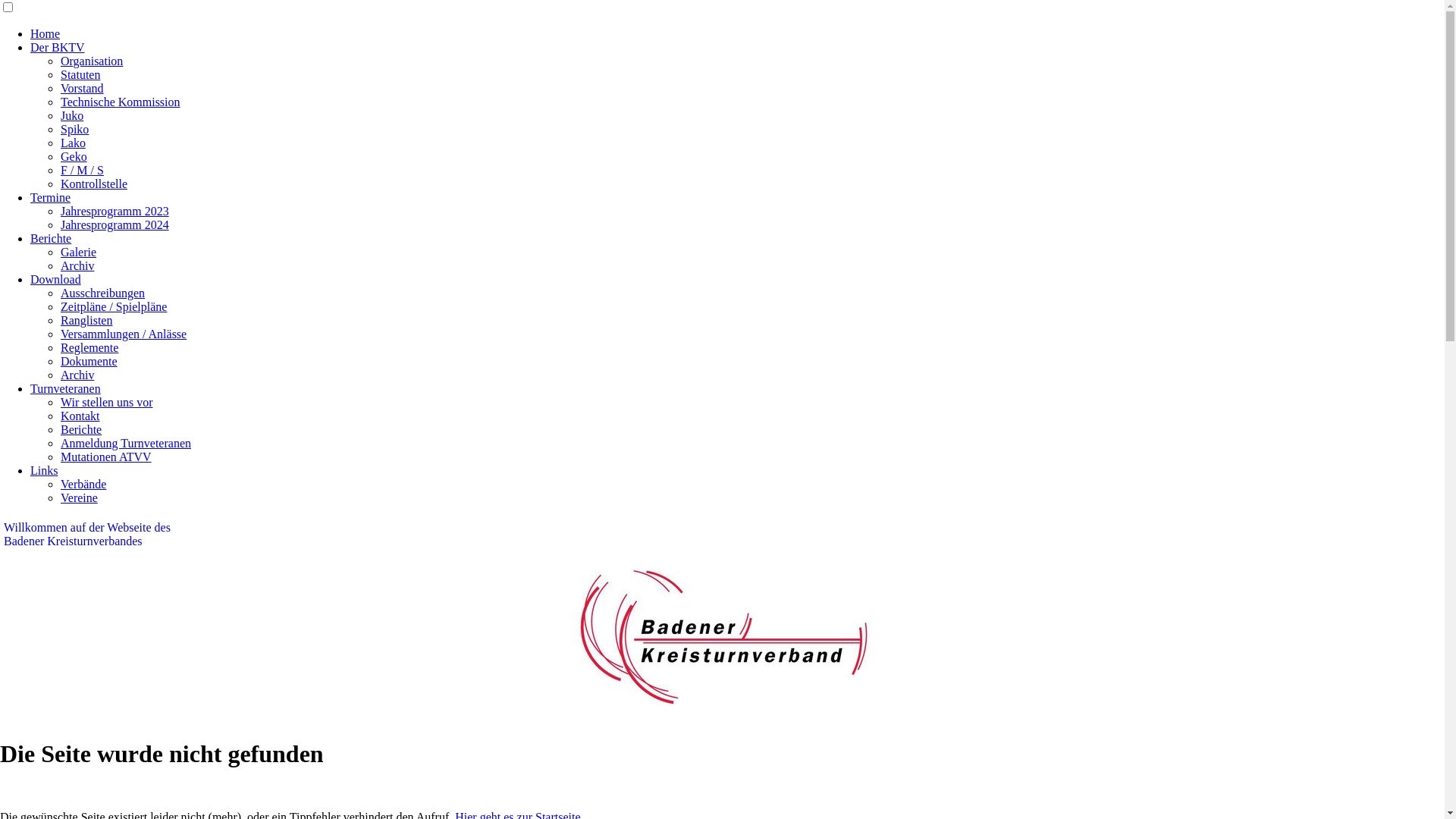 The width and height of the screenshot is (1456, 819). What do you see at coordinates (61, 456) in the screenshot?
I see `'Mutationen ATVV'` at bounding box center [61, 456].